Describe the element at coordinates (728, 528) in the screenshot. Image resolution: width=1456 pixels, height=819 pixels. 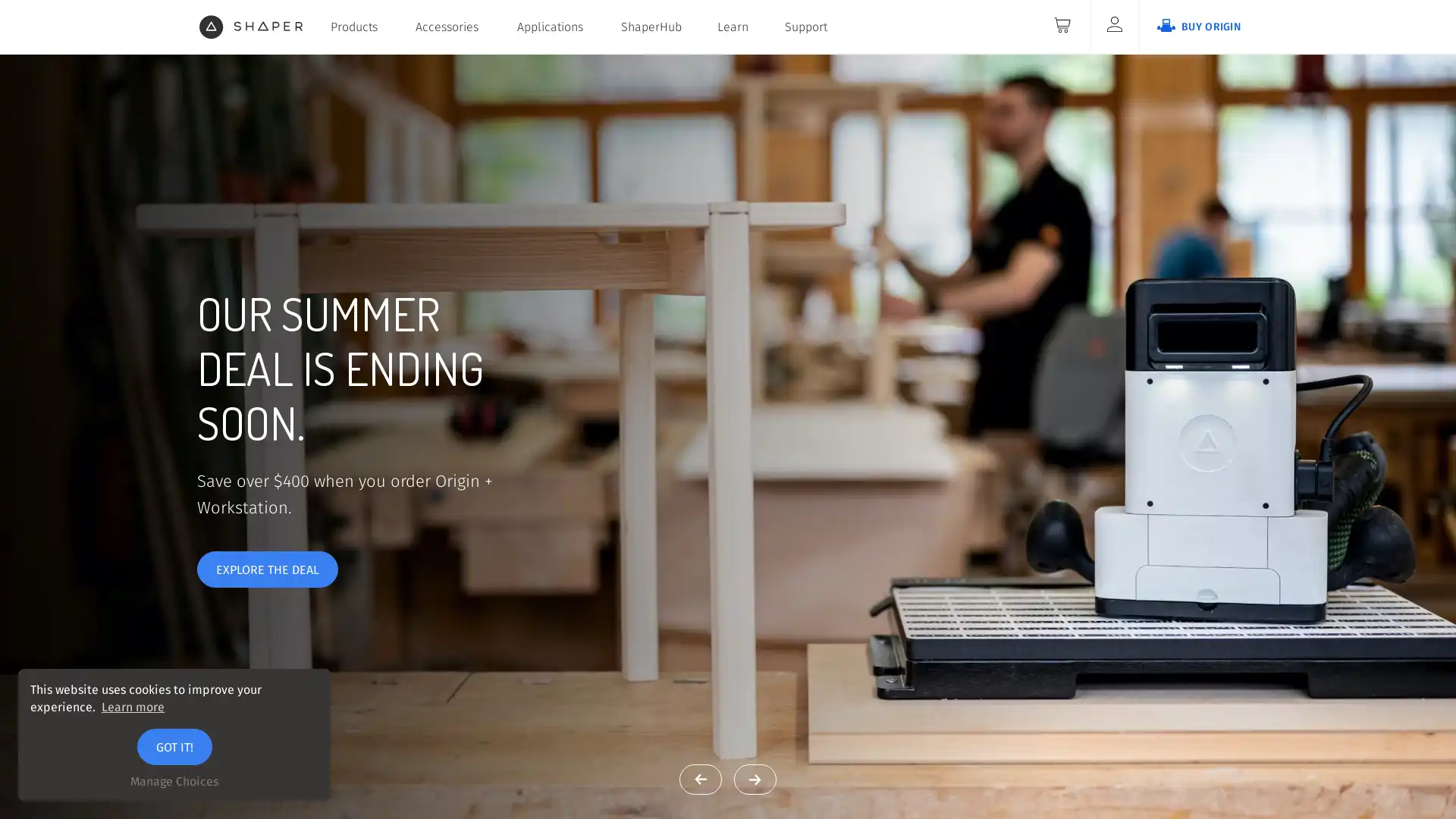
I see `MEET ORIGIN` at that location.